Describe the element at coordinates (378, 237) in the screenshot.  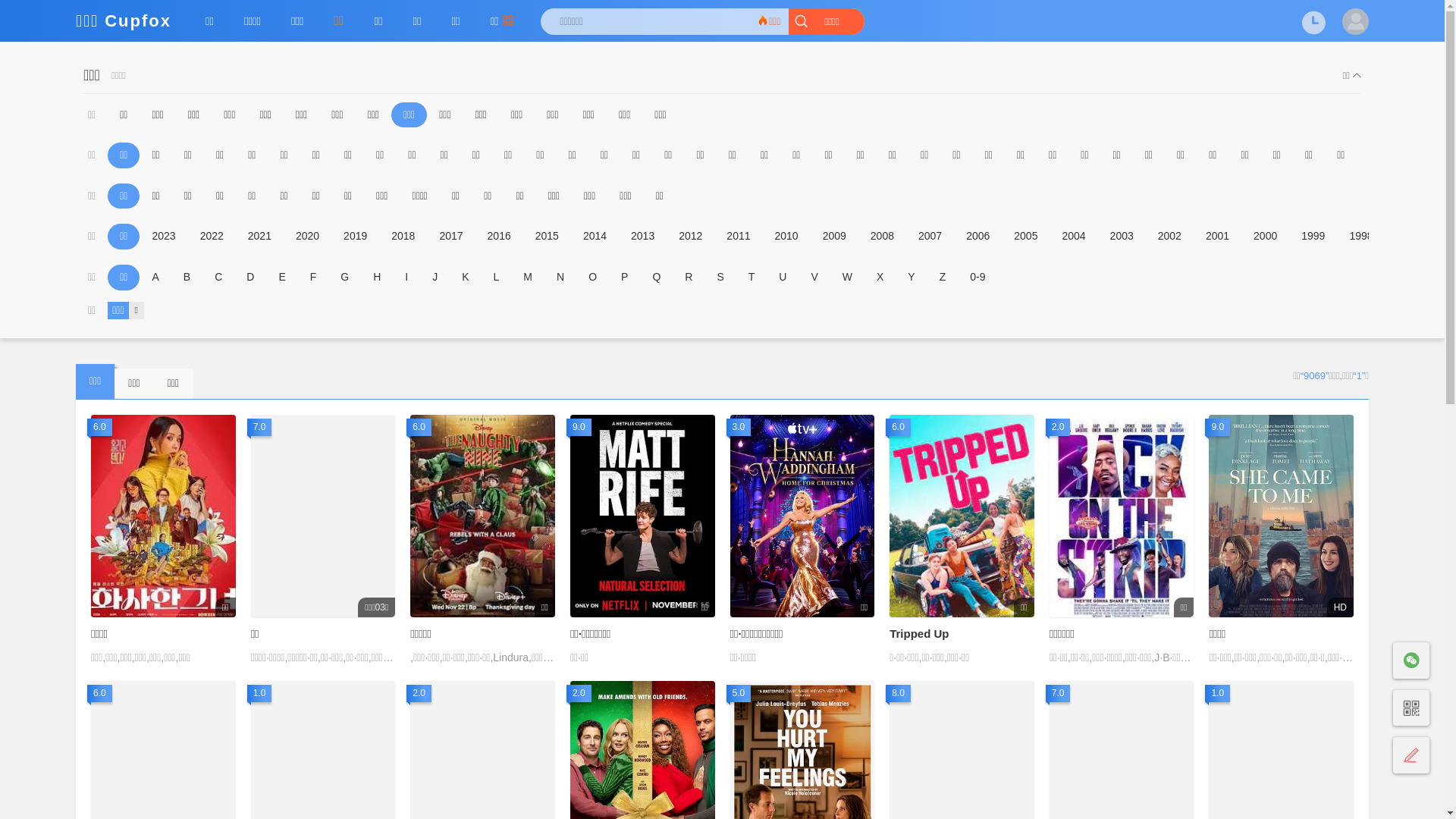
I see `'2018'` at that location.